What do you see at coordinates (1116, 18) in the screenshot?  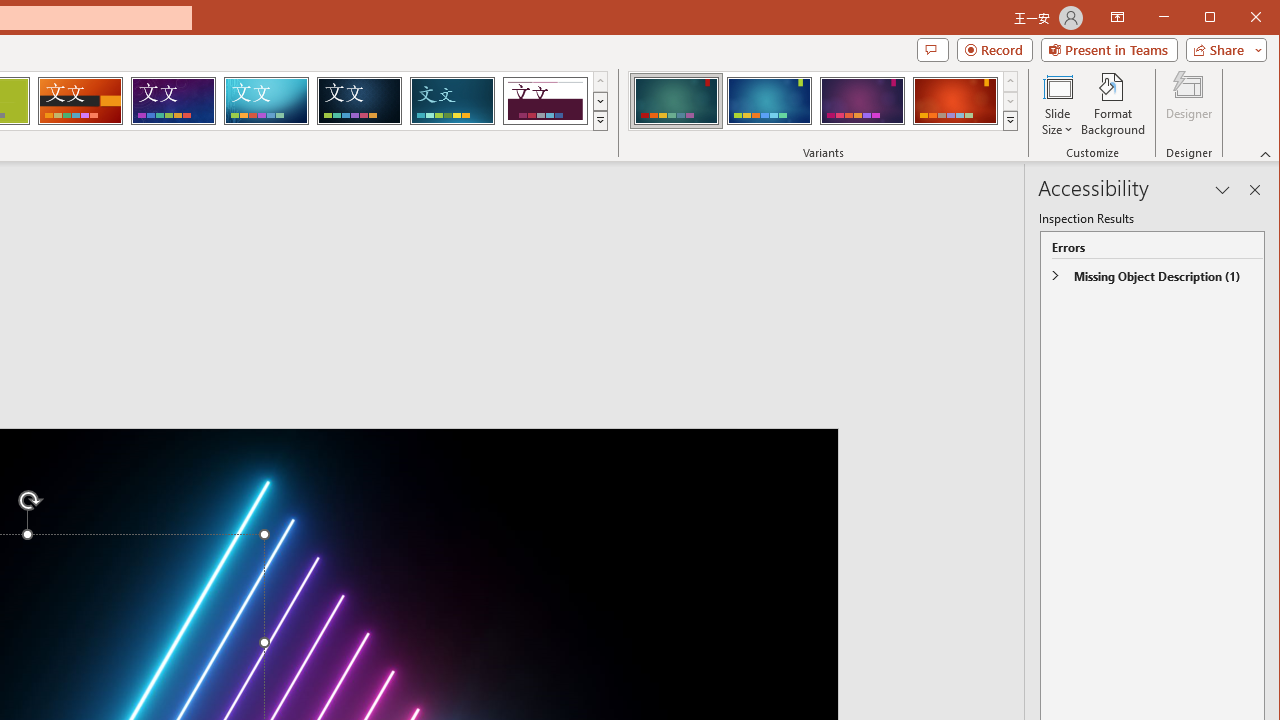 I see `'Ribbon Display Options'` at bounding box center [1116, 18].